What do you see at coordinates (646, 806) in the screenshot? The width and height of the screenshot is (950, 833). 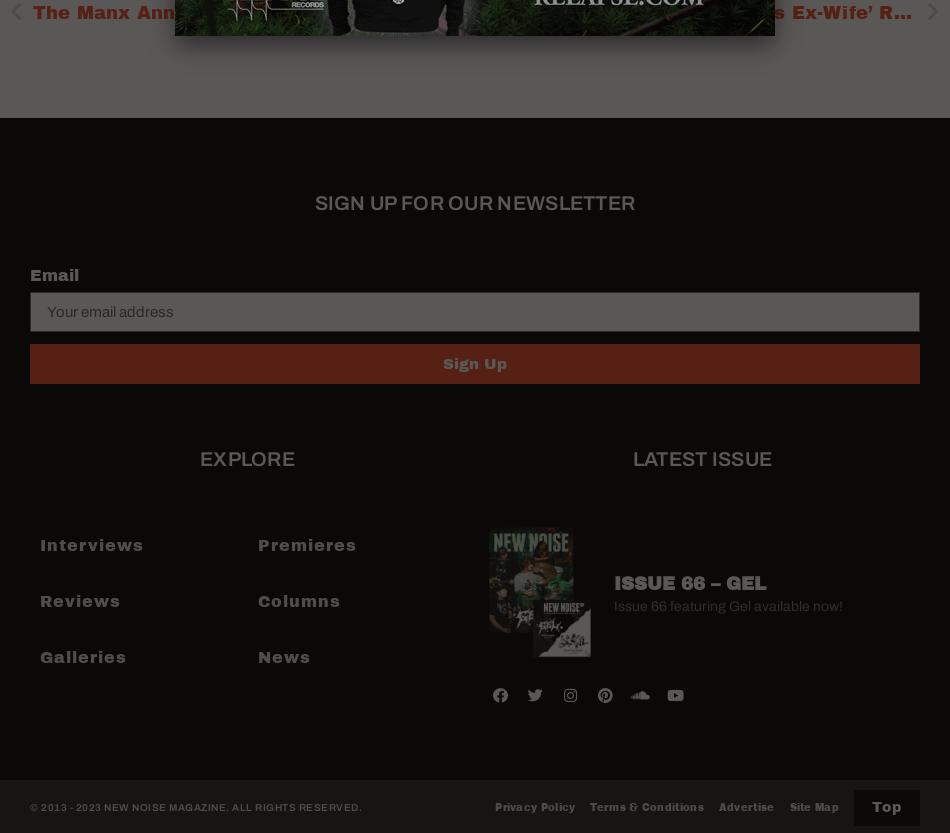 I see `'Terms & Conditions'` at bounding box center [646, 806].